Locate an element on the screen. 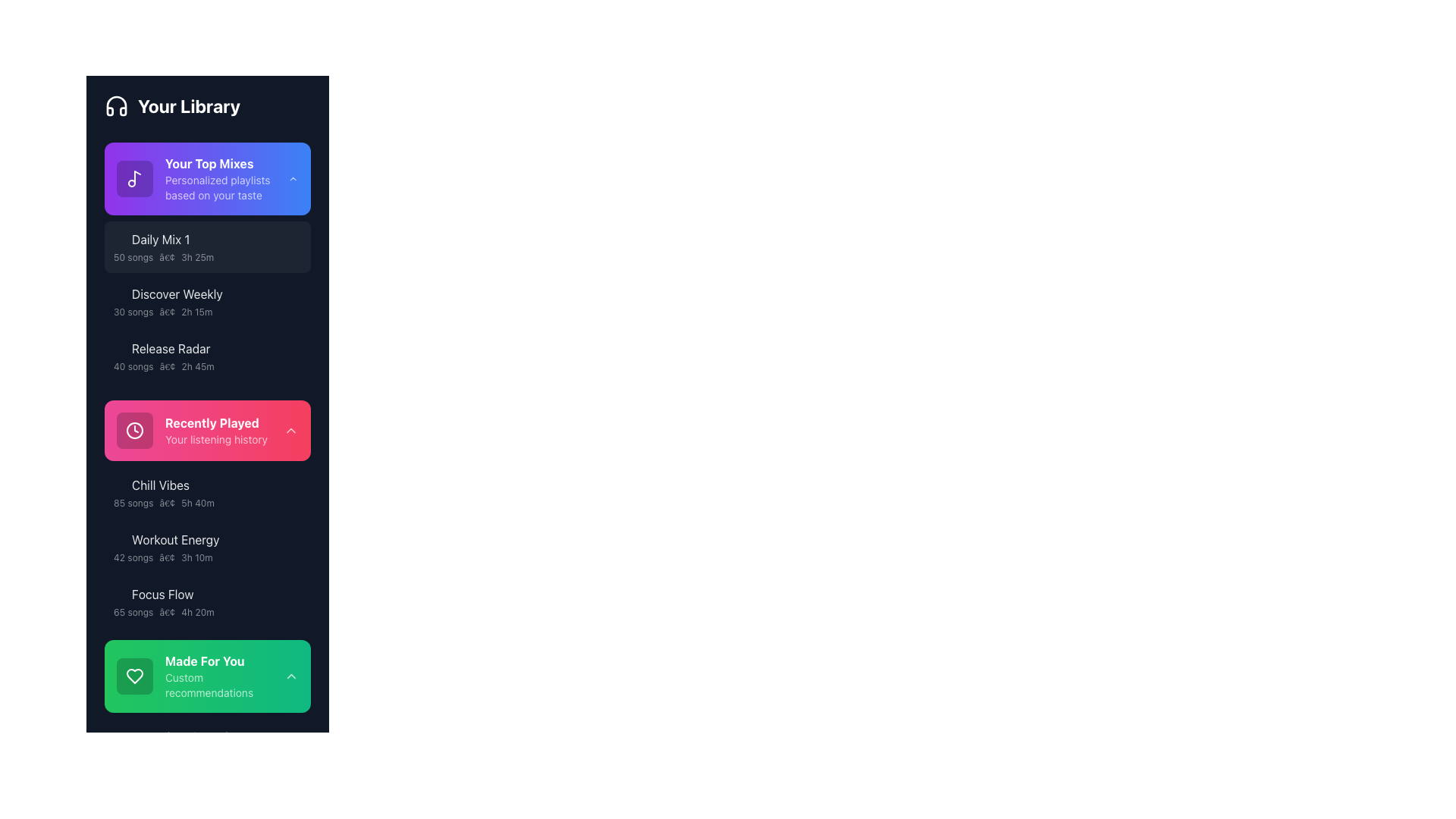  the downward-pointing chevron icon with a thin white stroke located at the right end of the 'Recently Played' section is located at coordinates (291, 430).